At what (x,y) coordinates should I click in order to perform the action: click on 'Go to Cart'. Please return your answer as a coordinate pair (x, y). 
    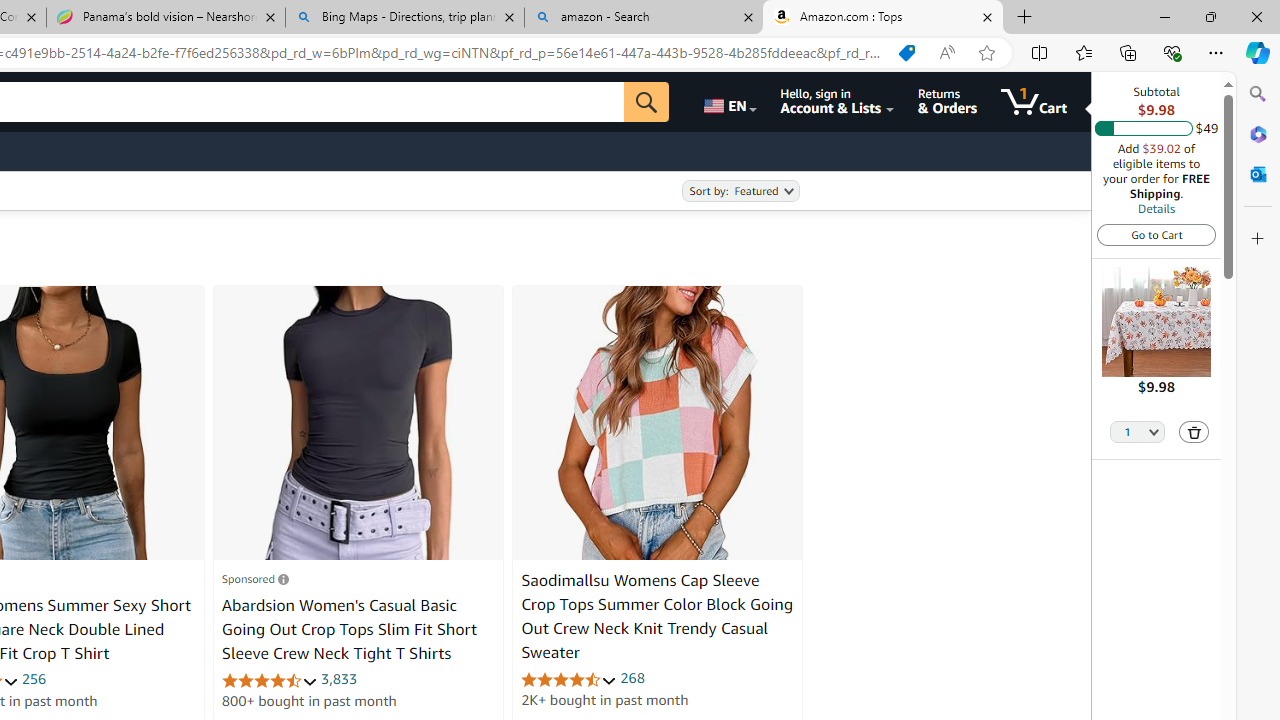
    Looking at the image, I should click on (1156, 233).